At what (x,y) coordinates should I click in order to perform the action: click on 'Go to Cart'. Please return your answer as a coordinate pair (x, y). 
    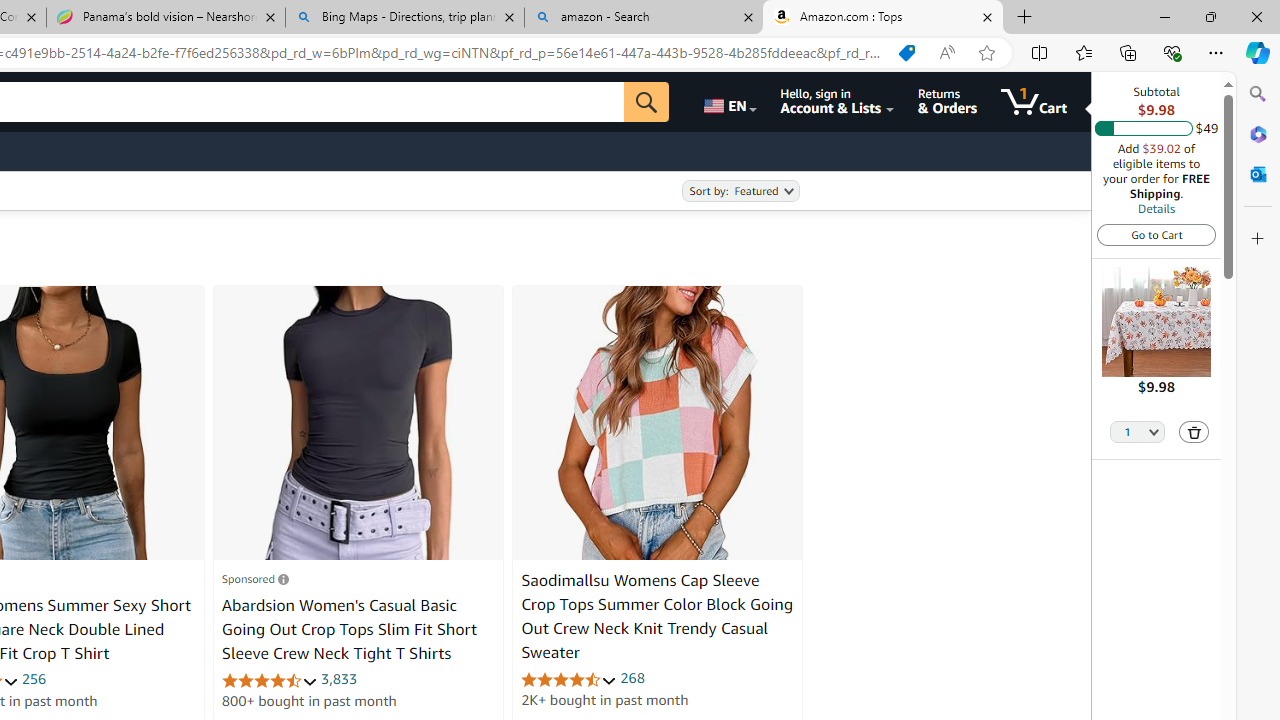
    Looking at the image, I should click on (1156, 233).